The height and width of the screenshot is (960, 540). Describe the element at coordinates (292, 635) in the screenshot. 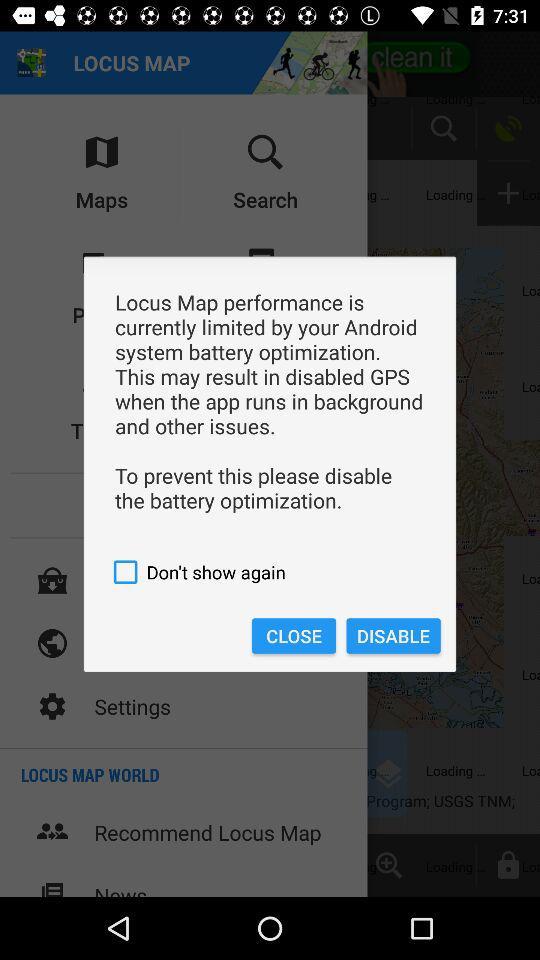

I see `the icon to the left of disable icon` at that location.